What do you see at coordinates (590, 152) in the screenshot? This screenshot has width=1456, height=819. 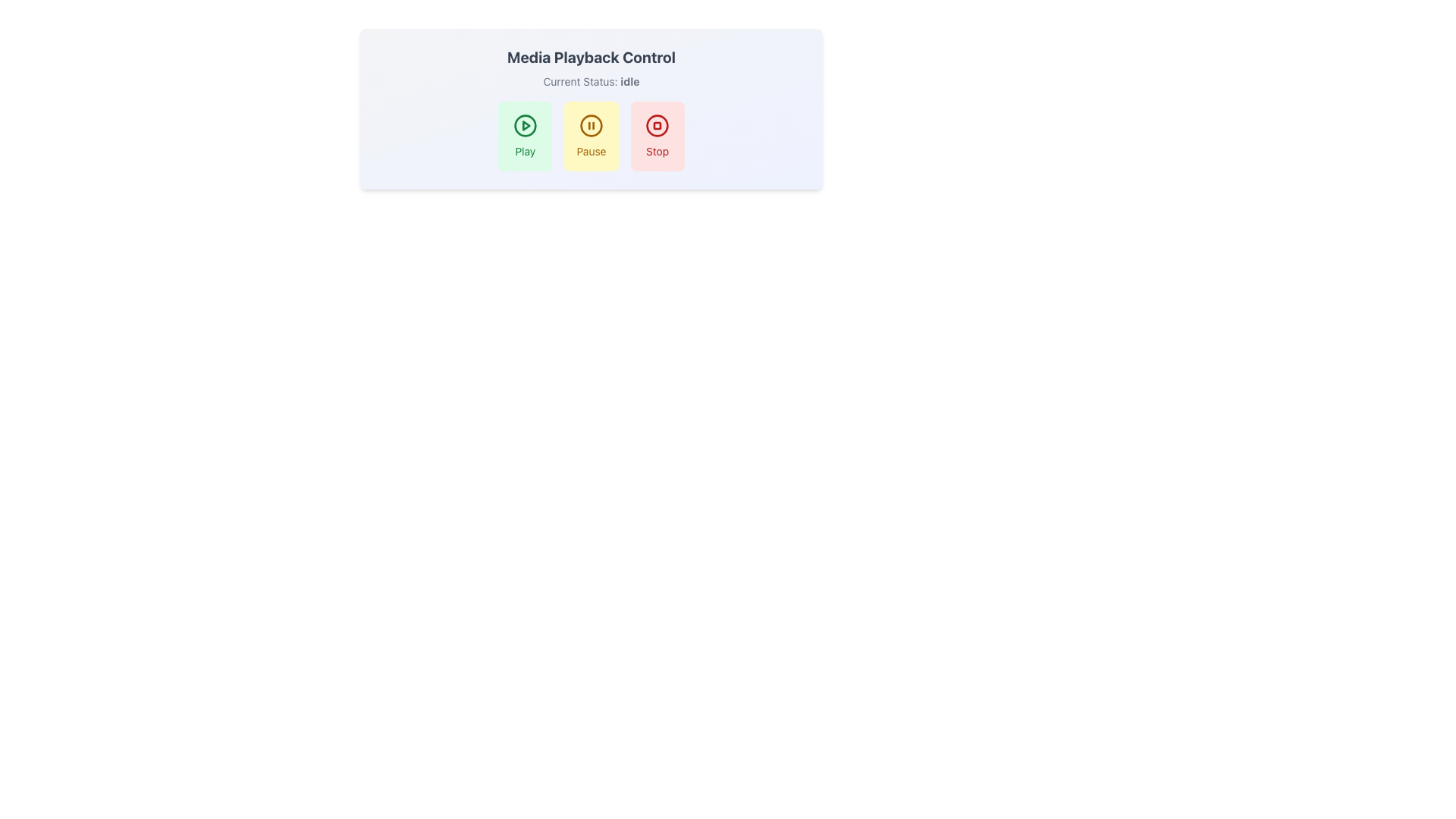 I see `the descriptive label for the 'Pause' button located within the yellow square button in the middle position among 'Play', 'Pause', and 'Stop' controls` at bounding box center [590, 152].